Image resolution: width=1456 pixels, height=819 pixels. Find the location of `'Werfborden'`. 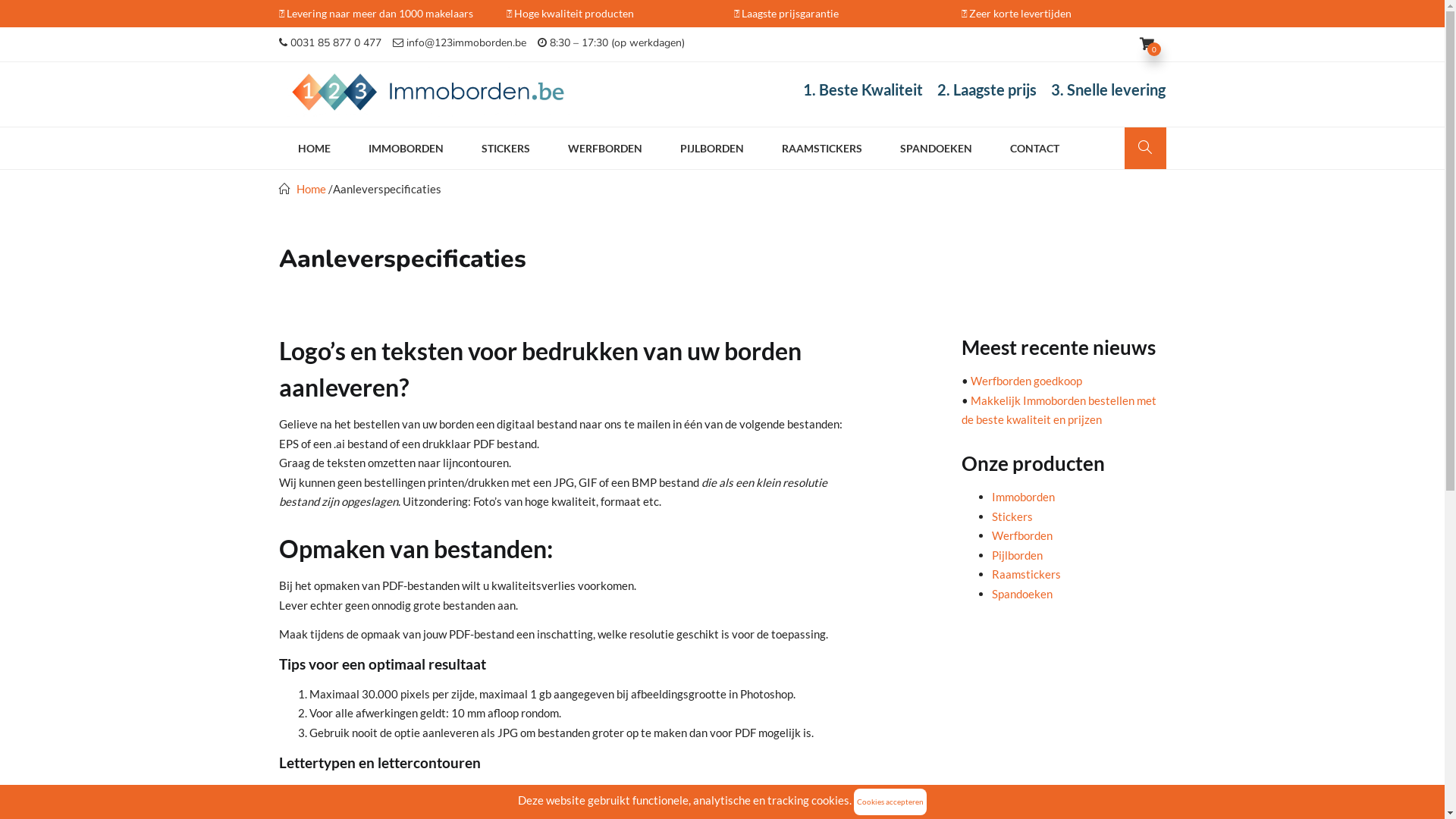

'Werfborden' is located at coordinates (1022, 534).